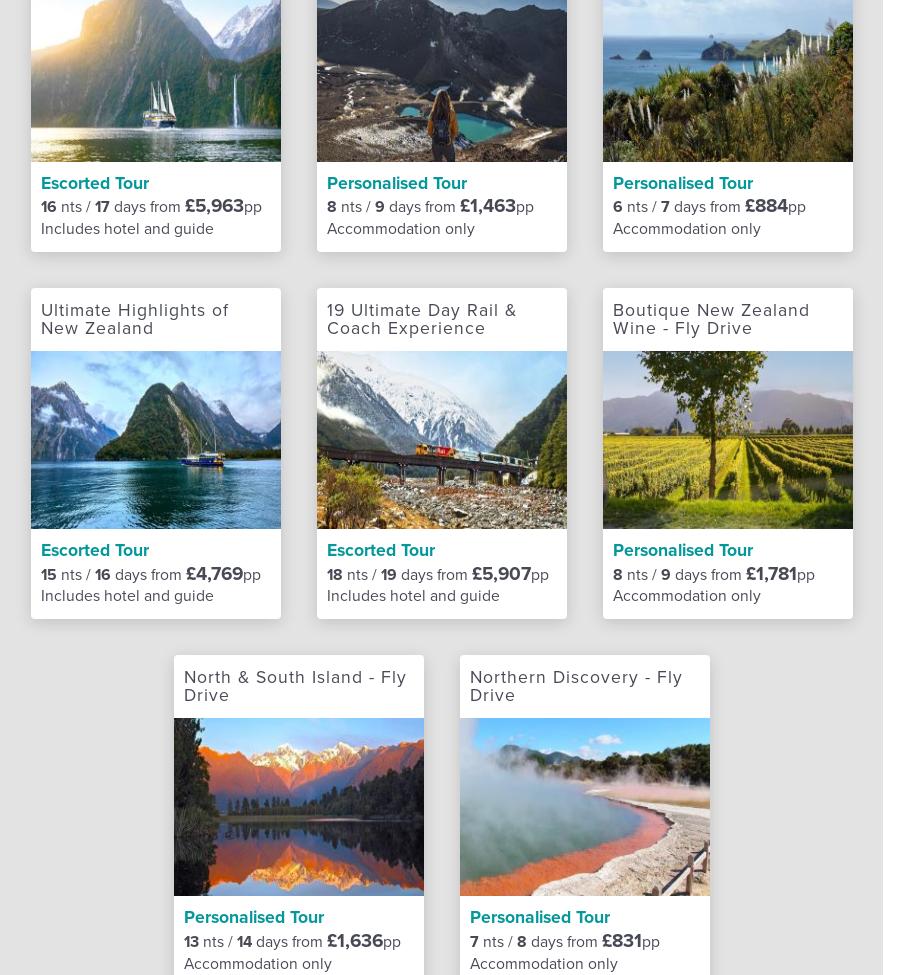  I want to click on 'How we can help your Business', so click(289, 340).